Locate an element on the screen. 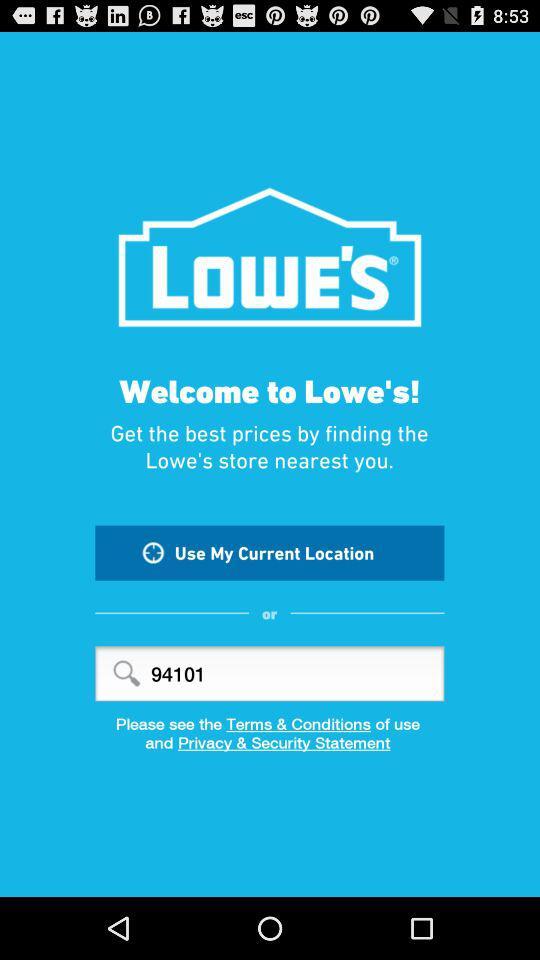 This screenshot has width=540, height=960. the 94101 icon is located at coordinates (269, 673).